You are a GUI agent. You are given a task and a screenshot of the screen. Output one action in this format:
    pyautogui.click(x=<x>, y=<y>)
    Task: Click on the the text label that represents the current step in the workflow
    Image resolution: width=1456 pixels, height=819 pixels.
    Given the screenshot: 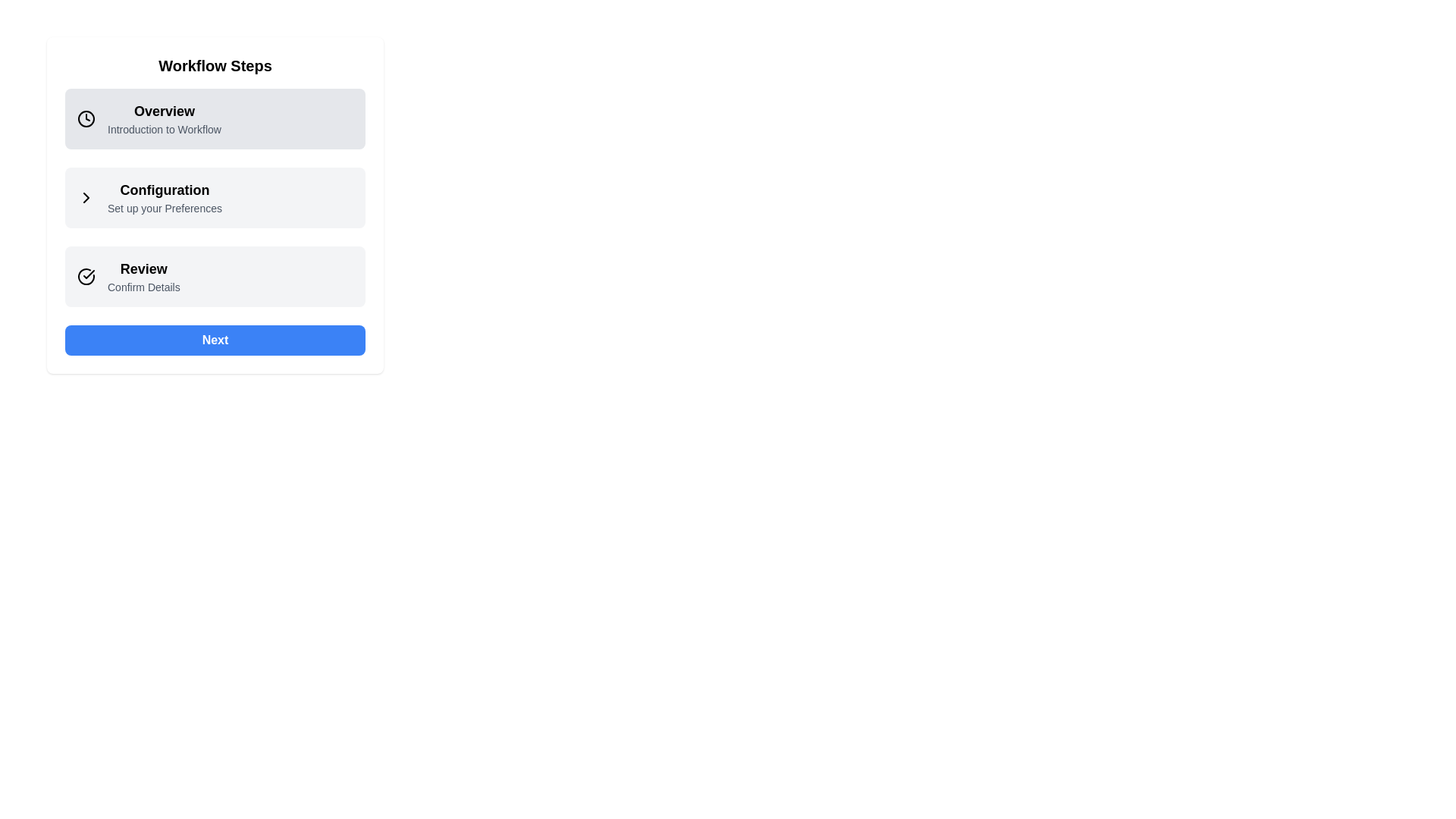 What is the action you would take?
    pyautogui.click(x=164, y=118)
    